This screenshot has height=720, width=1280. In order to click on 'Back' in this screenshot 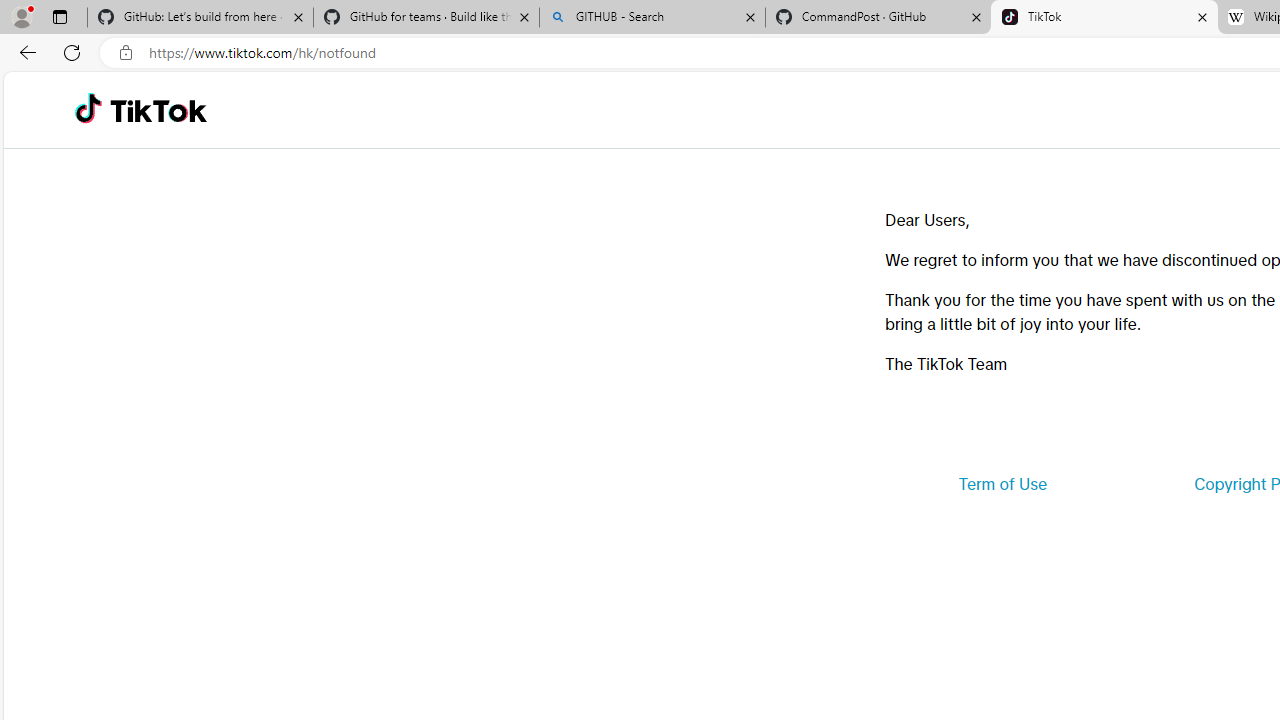, I will do `click(24, 51)`.